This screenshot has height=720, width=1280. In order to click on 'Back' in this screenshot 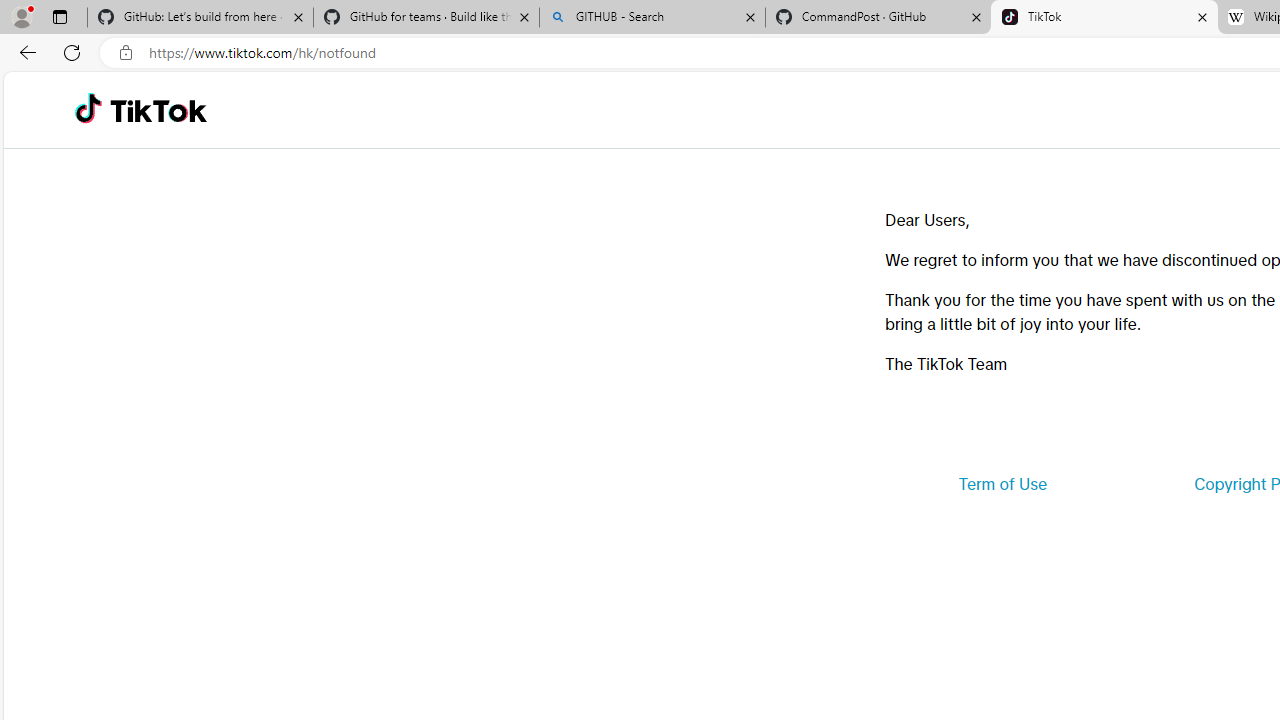, I will do `click(24, 51)`.